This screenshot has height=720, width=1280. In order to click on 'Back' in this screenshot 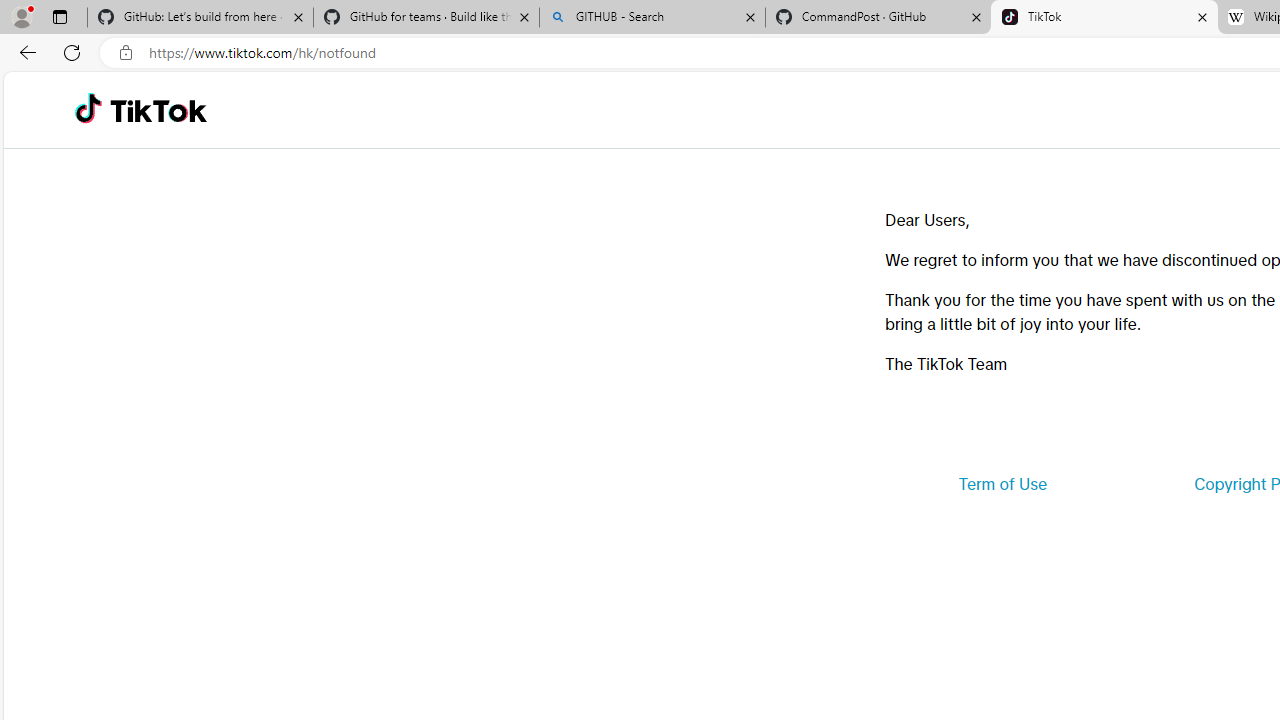, I will do `click(24, 51)`.